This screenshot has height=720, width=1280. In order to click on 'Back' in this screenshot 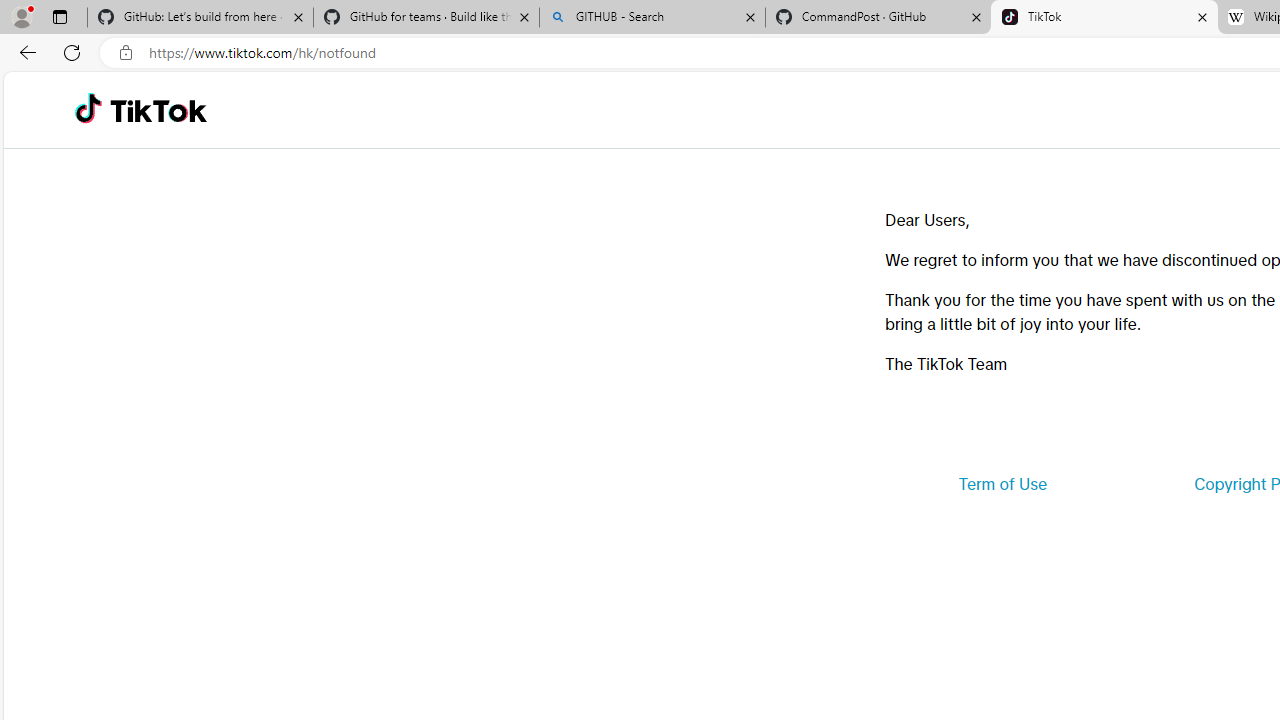, I will do `click(24, 51)`.